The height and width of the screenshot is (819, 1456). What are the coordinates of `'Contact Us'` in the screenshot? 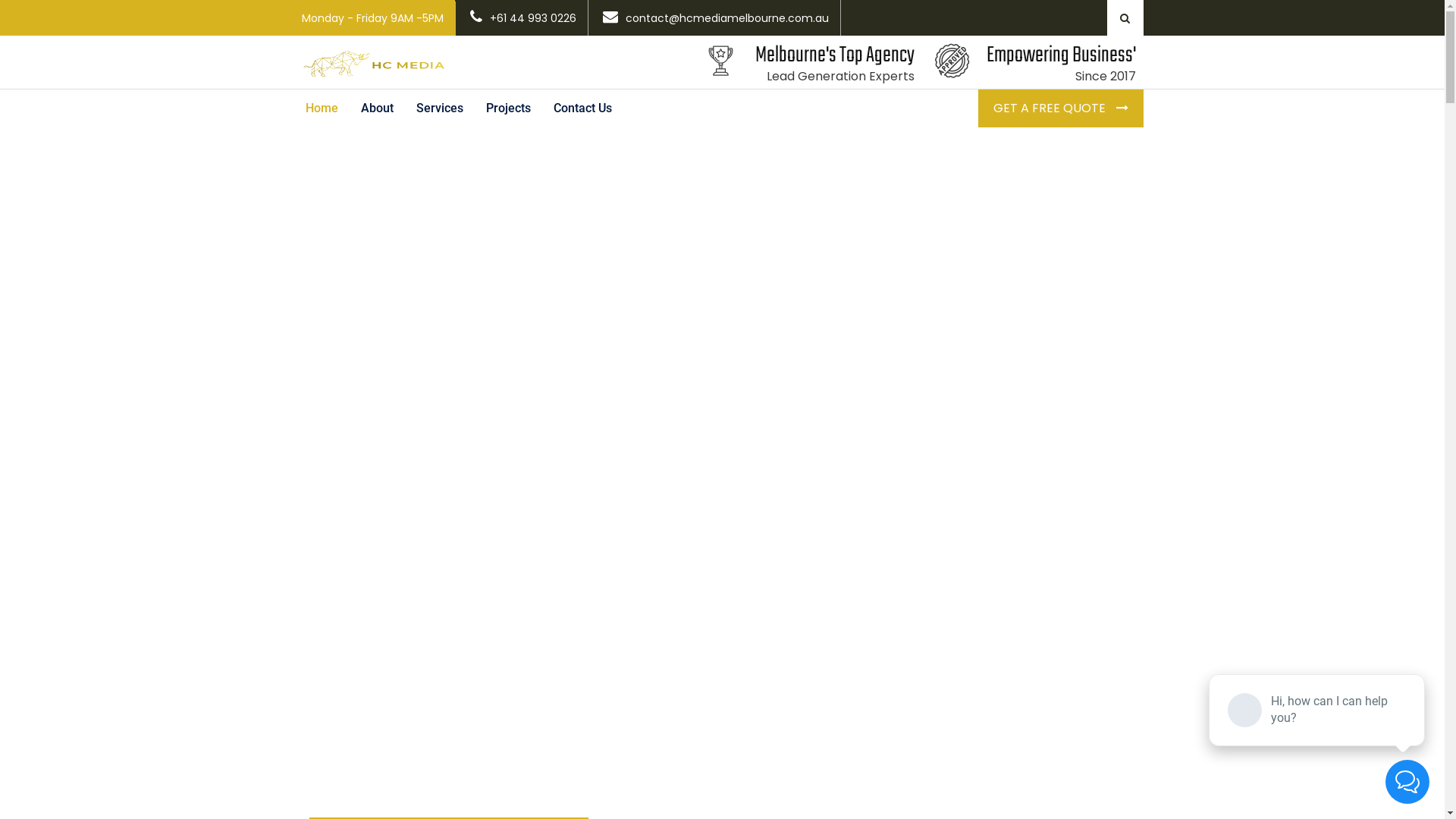 It's located at (581, 107).